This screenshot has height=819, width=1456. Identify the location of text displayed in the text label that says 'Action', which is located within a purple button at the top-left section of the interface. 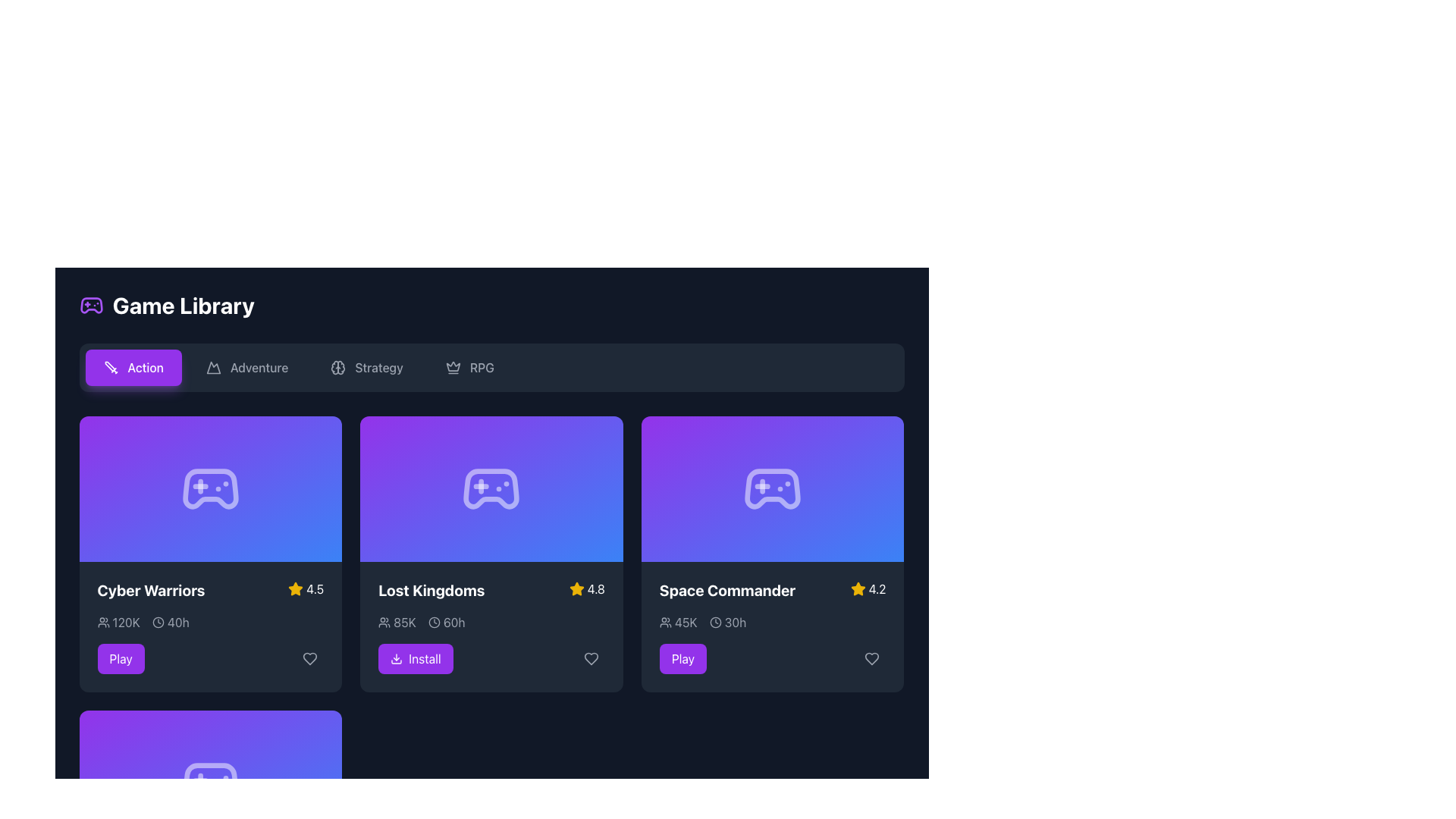
(146, 368).